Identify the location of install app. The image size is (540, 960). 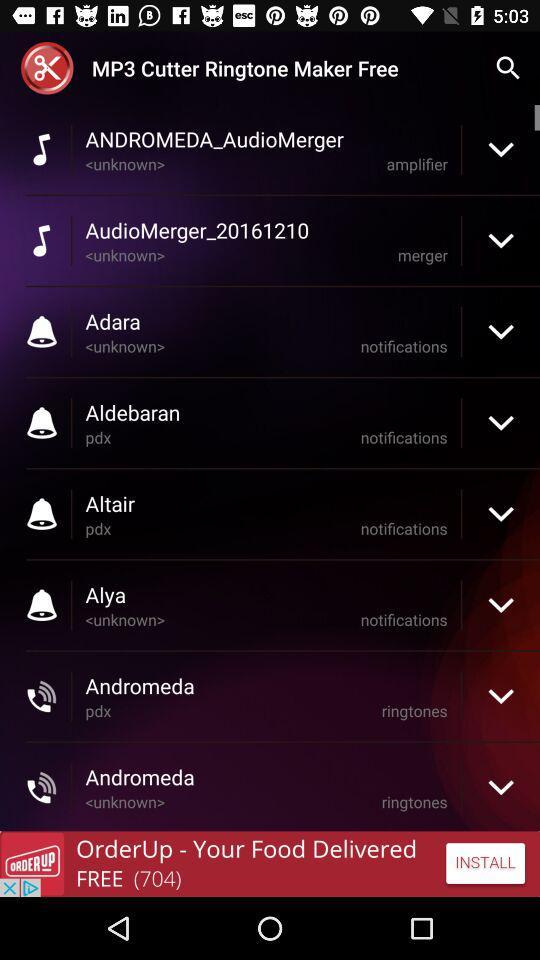
(270, 863).